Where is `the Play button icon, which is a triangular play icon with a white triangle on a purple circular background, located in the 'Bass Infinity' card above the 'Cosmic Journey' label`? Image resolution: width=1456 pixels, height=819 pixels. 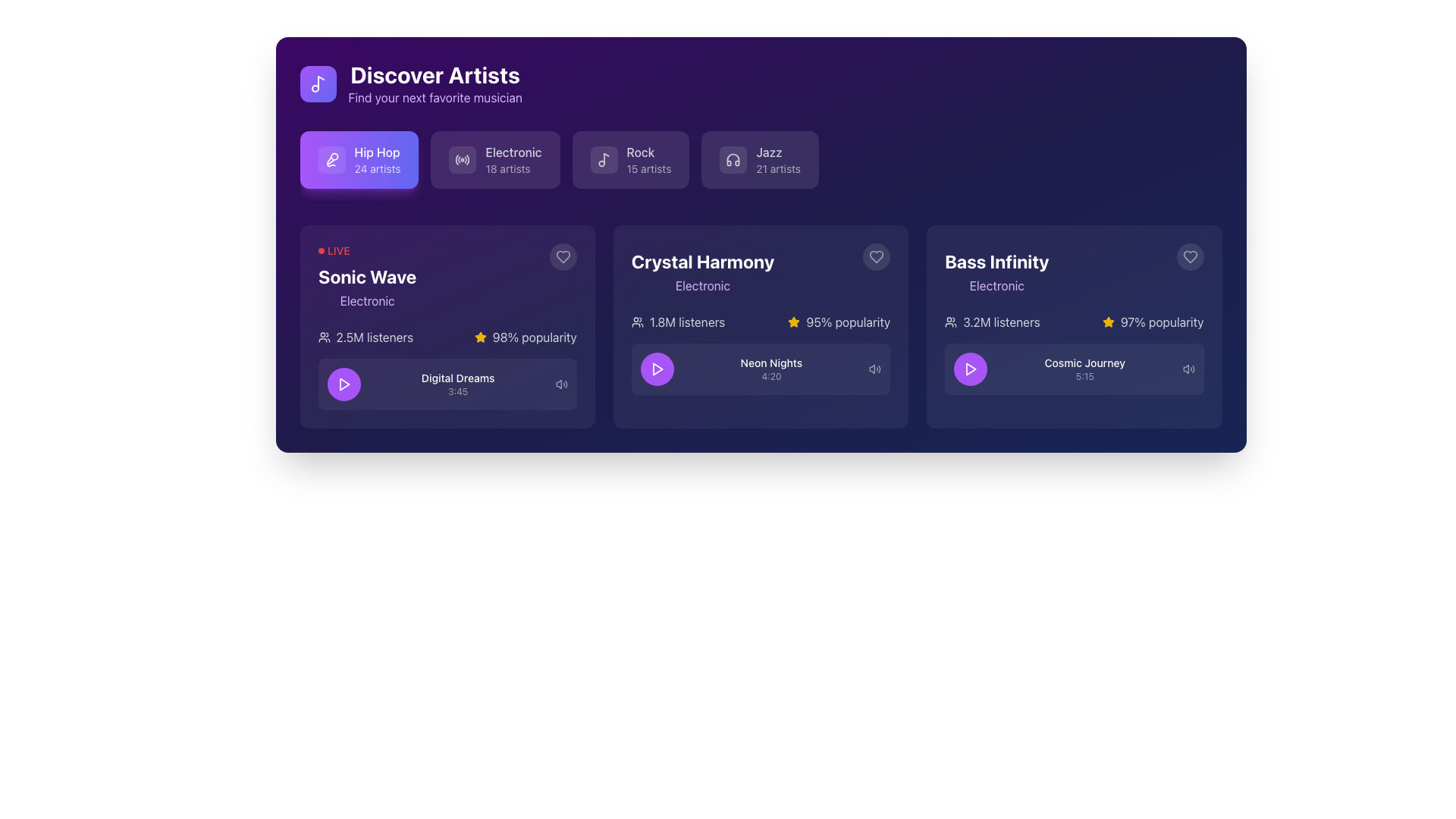
the Play button icon, which is a triangular play icon with a white triangle on a purple circular background, located in the 'Bass Infinity' card above the 'Cosmic Journey' label is located at coordinates (971, 369).